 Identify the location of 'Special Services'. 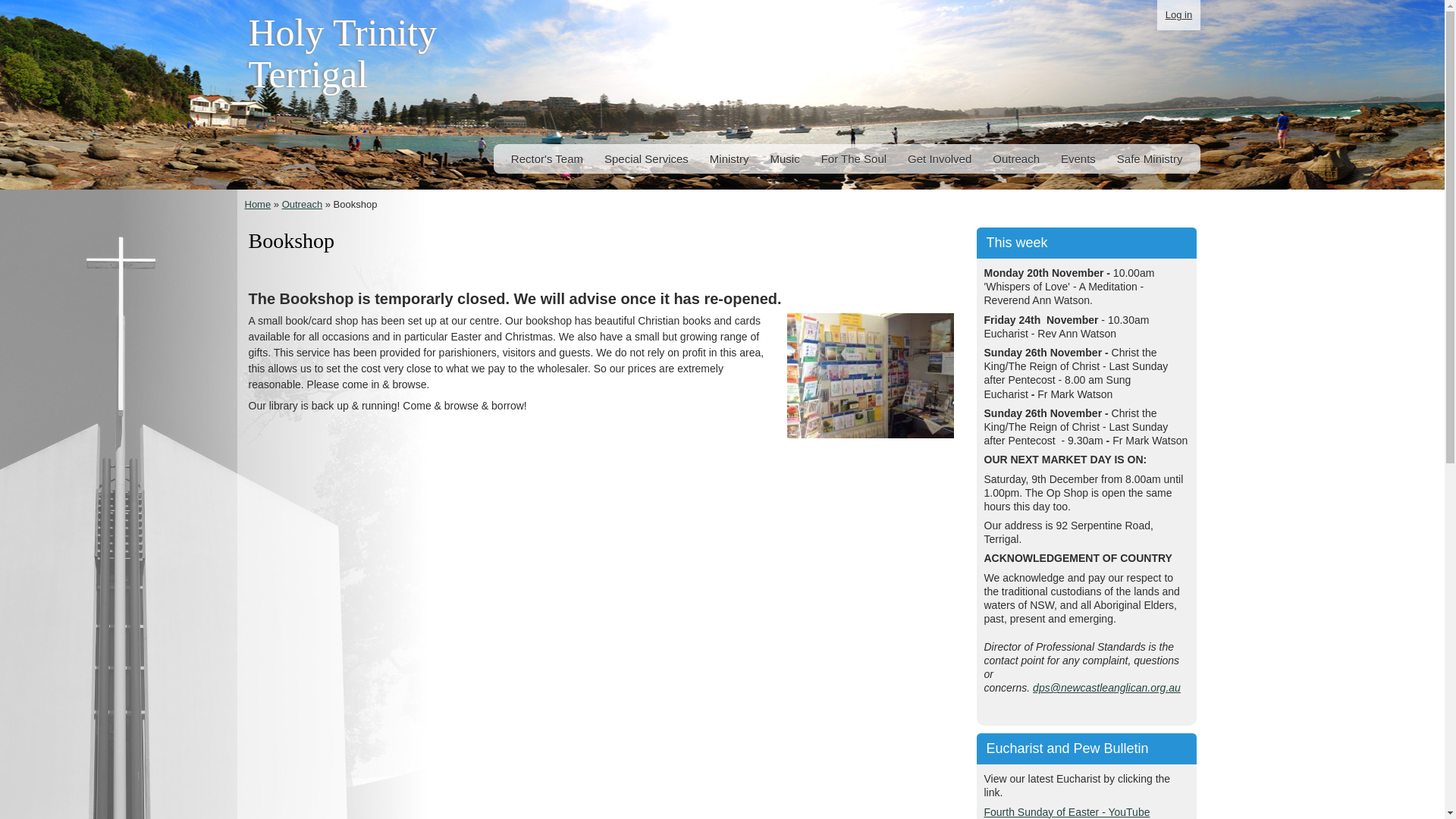
(646, 158).